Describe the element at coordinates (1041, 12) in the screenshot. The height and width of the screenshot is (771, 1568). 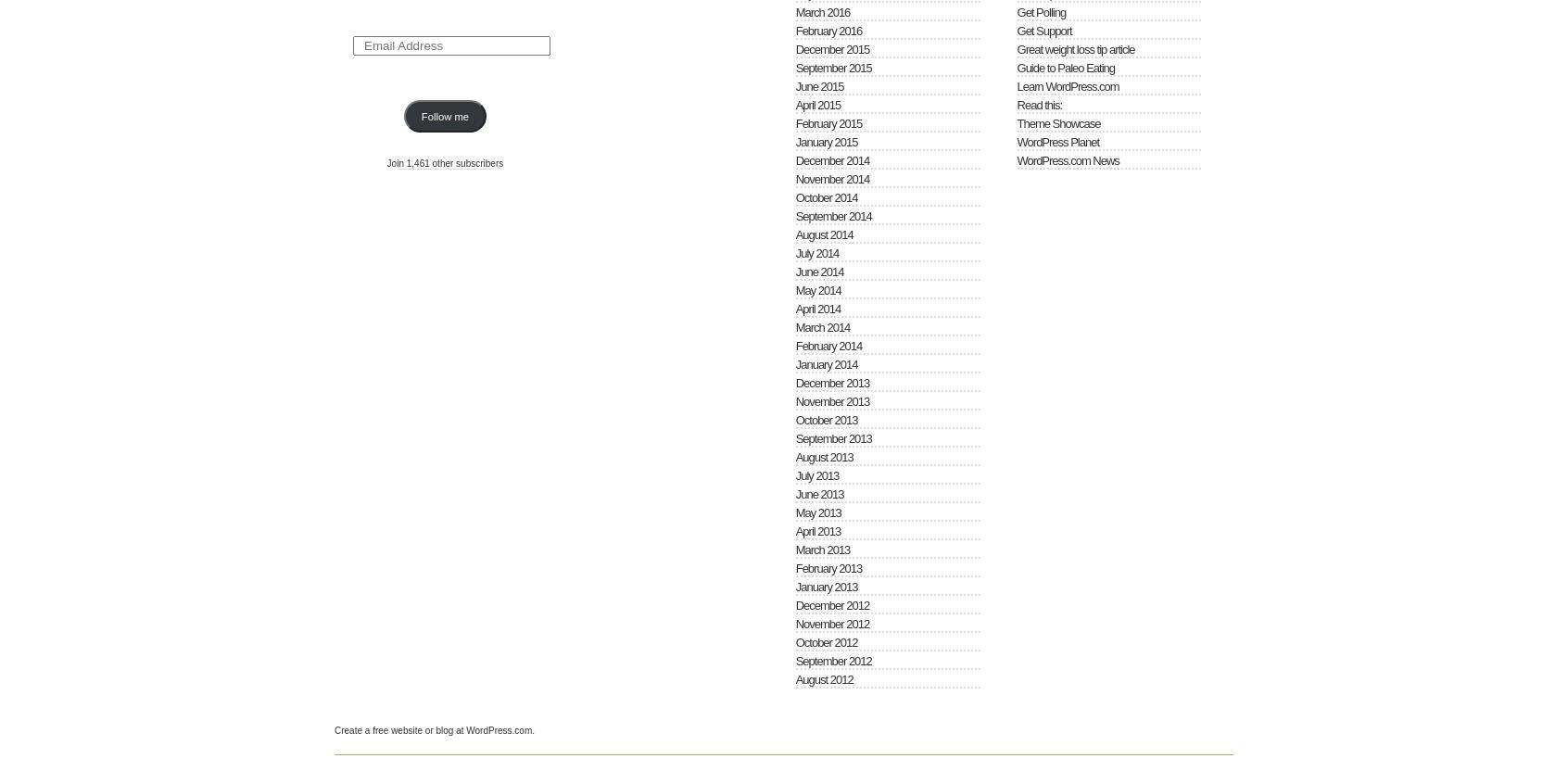
I see `'Get Polling'` at that location.